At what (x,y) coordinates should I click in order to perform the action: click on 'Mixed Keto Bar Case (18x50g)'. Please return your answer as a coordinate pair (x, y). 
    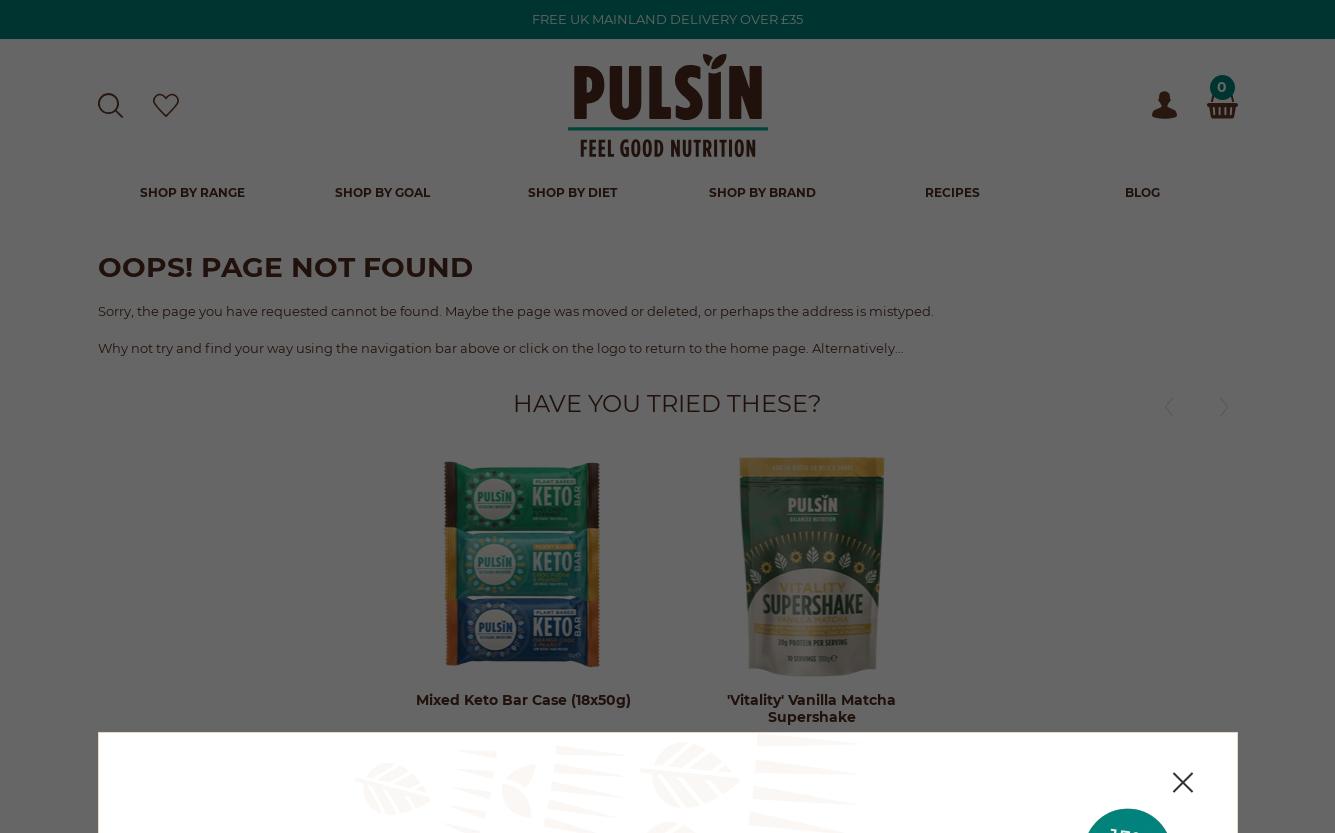
    Looking at the image, I should click on (521, 697).